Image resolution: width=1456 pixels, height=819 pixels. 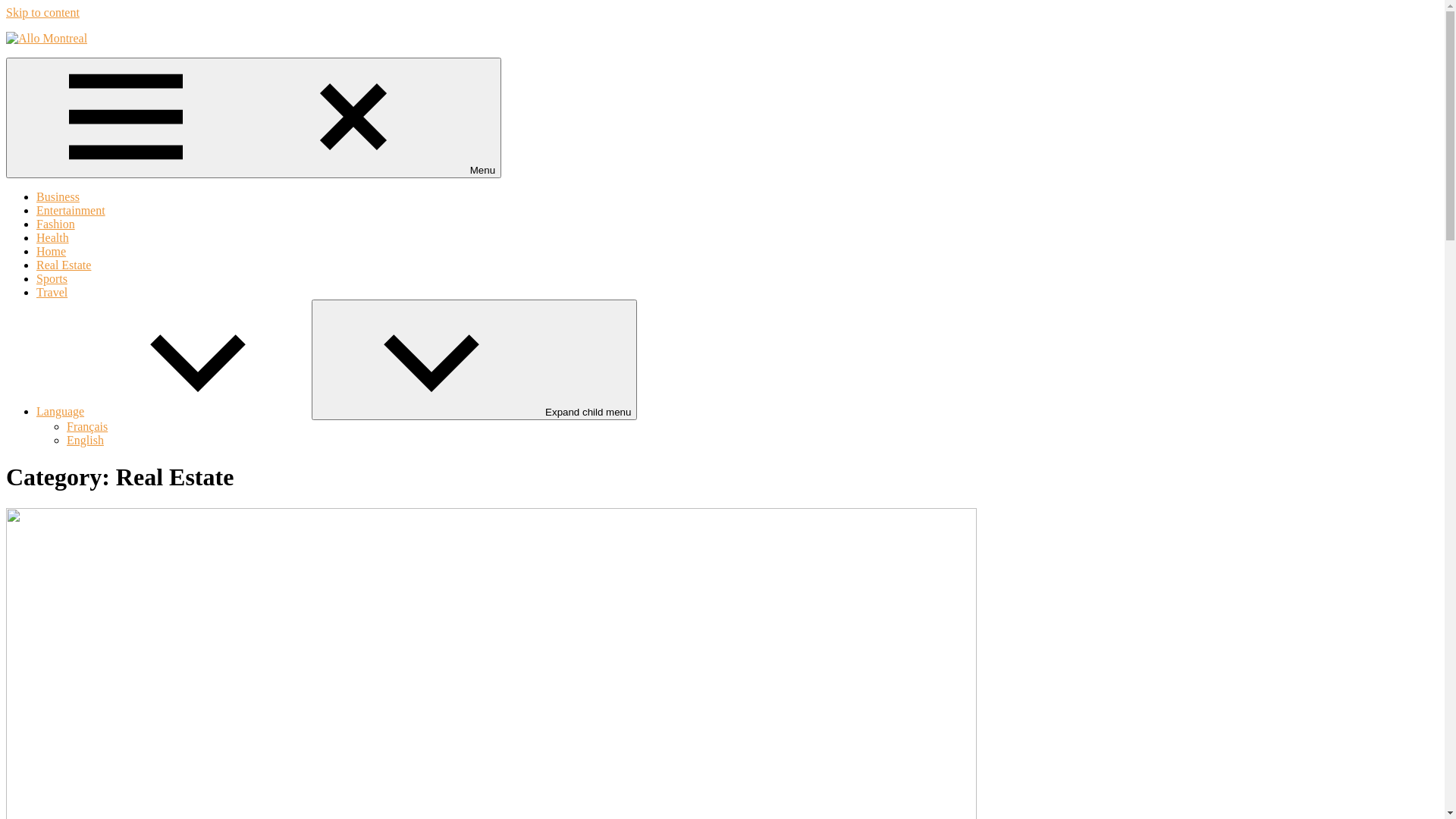 What do you see at coordinates (84, 440) in the screenshot?
I see `'English'` at bounding box center [84, 440].